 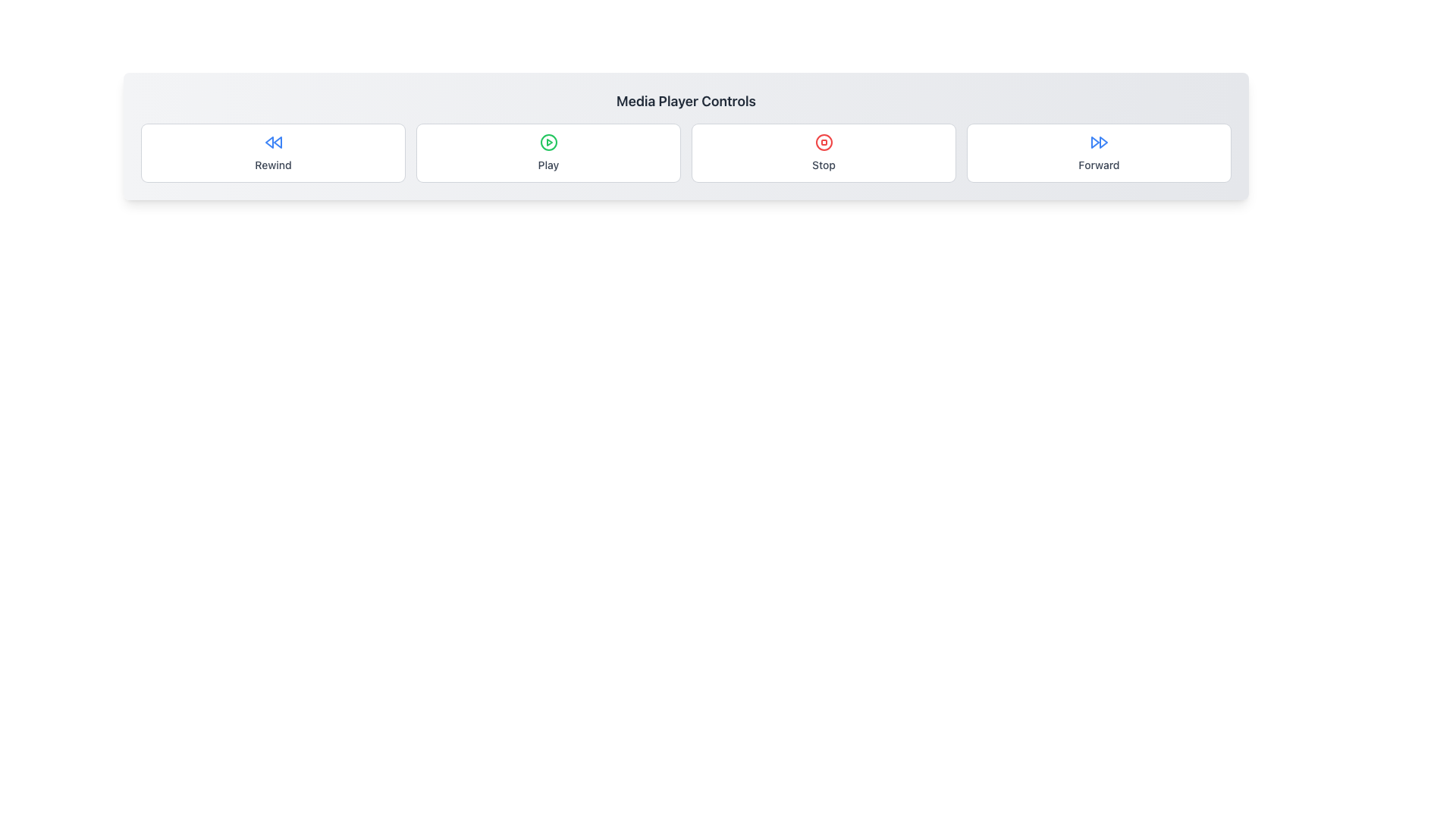 What do you see at coordinates (1099, 143) in the screenshot?
I see `'Forward' media control button, identified by the fast-forward SVG icon located above the text label 'Forward'` at bounding box center [1099, 143].